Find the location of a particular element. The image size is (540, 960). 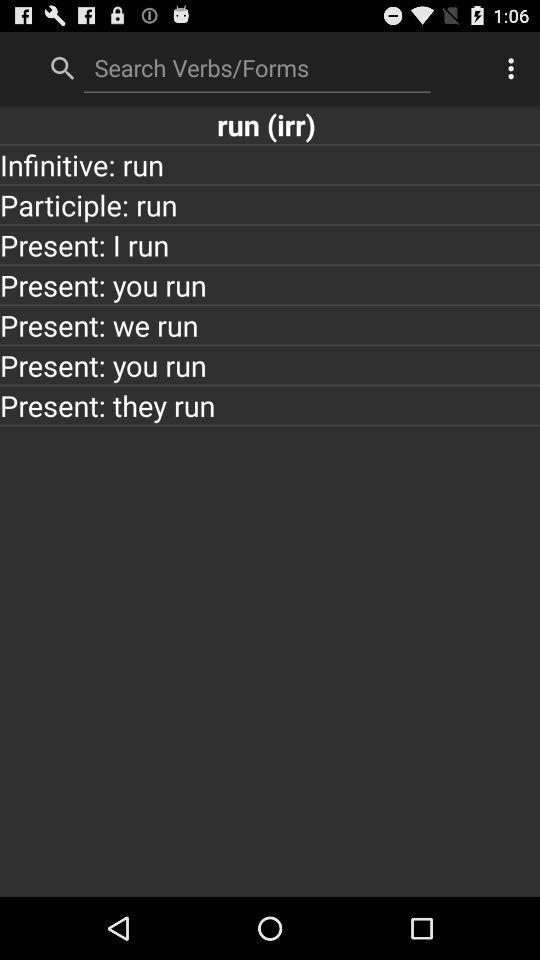

app below infinitive: run item is located at coordinates (270, 204).